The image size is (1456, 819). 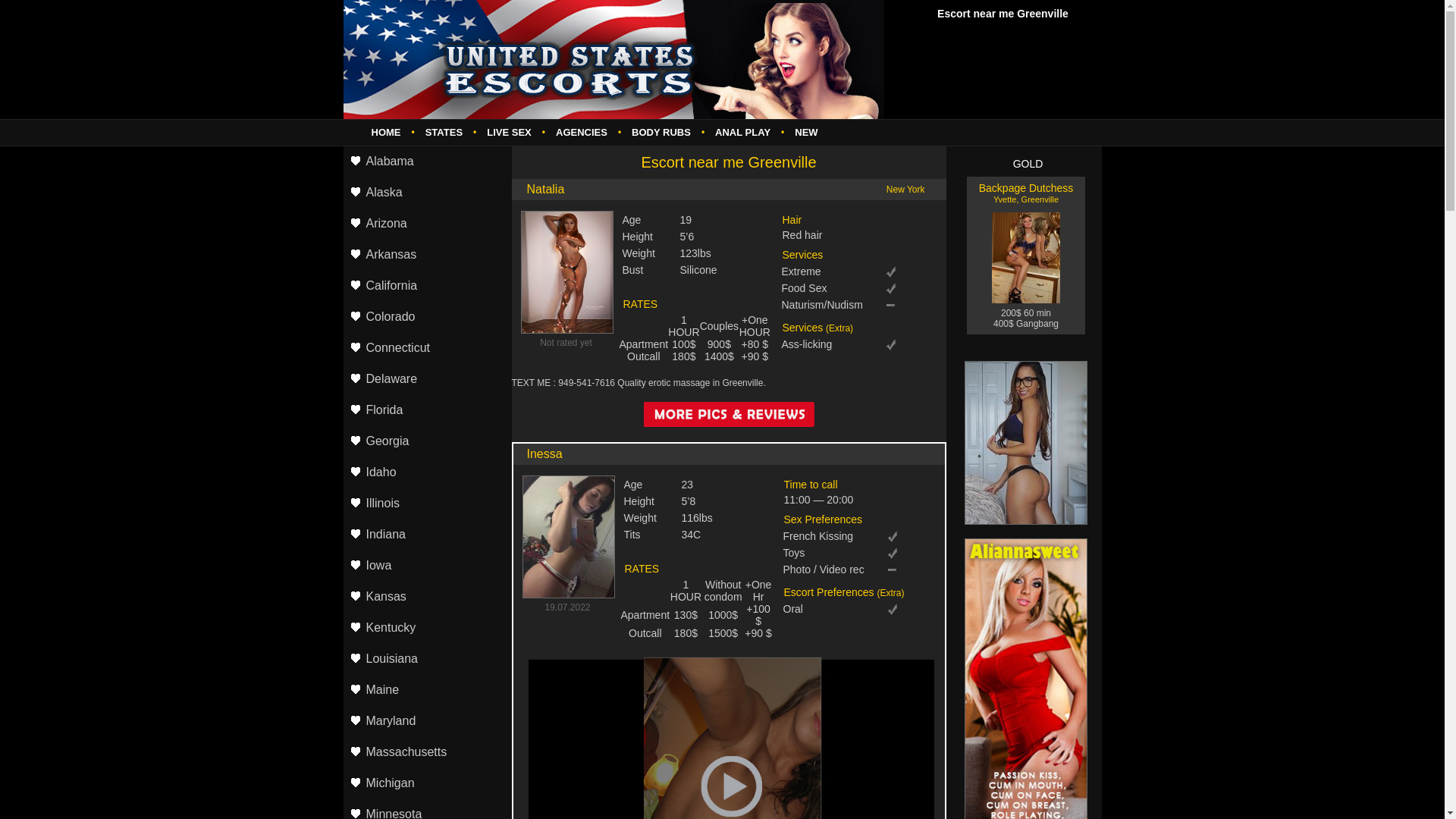 What do you see at coordinates (341, 628) in the screenshot?
I see `'Kentucky'` at bounding box center [341, 628].